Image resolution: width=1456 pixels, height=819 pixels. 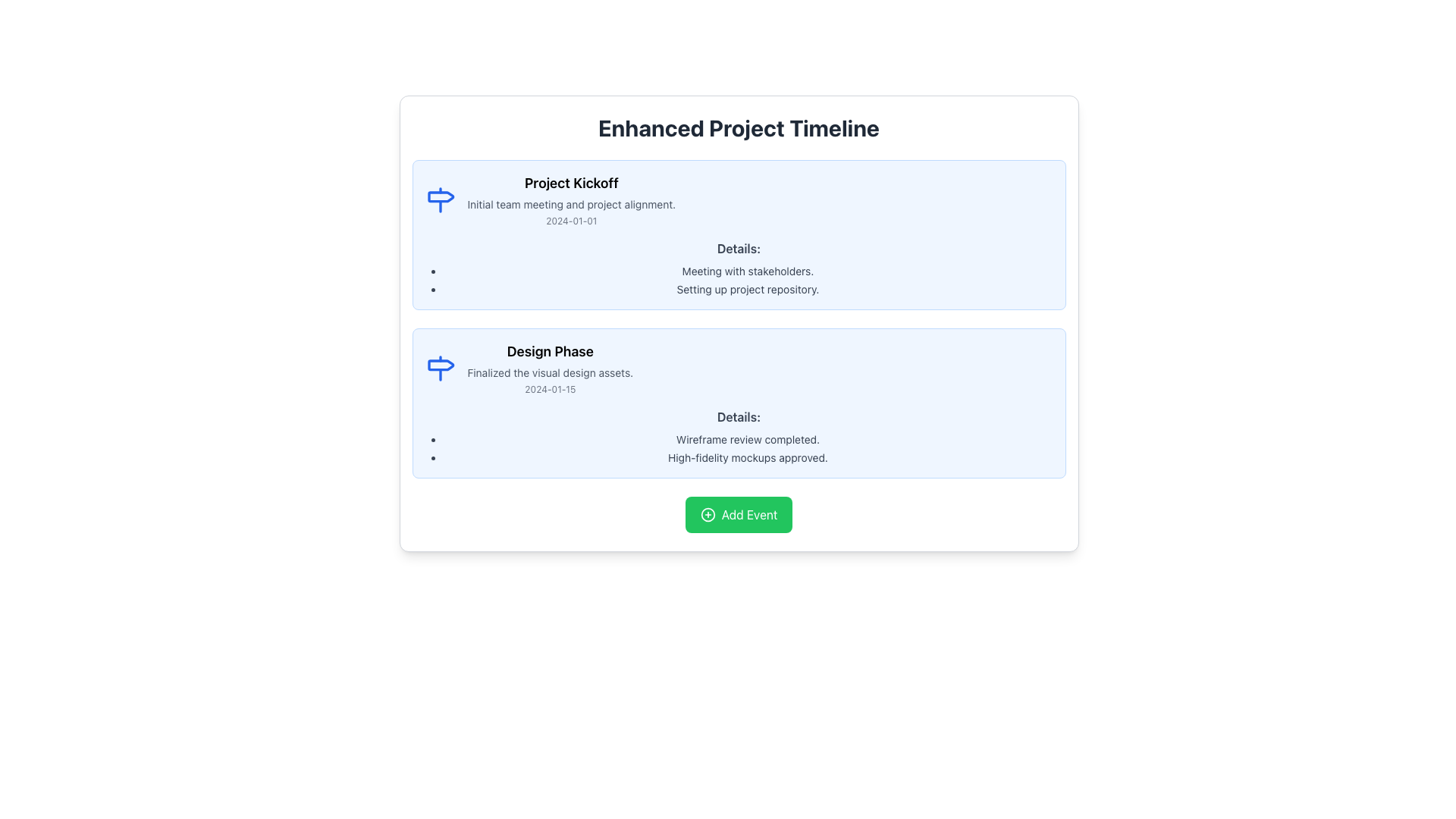 I want to click on the text label displaying the date associated with the 'Design Phase' entry in the timeline, located beneath 'Design Phase' and 'Finalized the visual design assets.', so click(x=549, y=388).